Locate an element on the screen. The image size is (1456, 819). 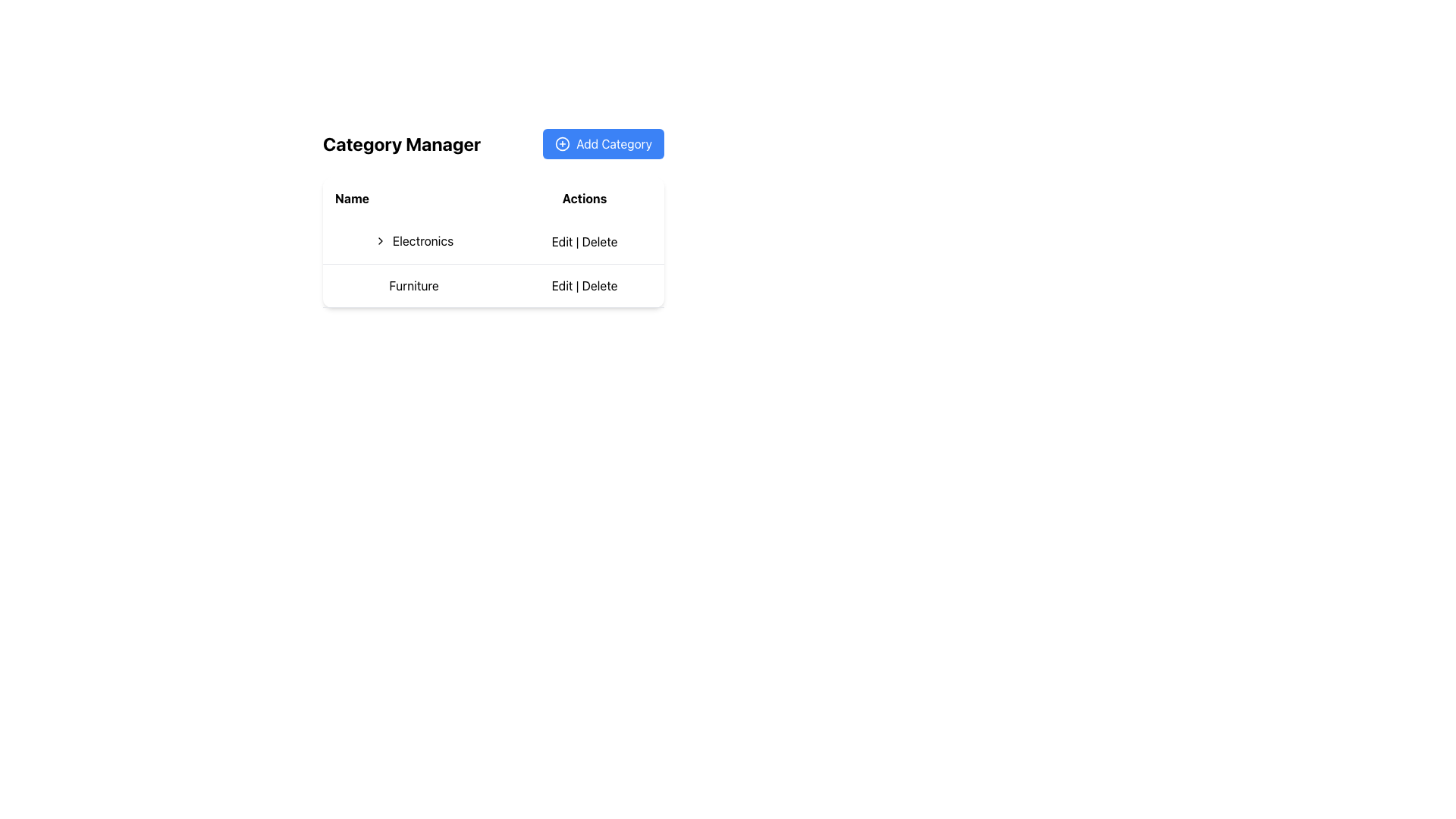
the clickable text label for the 'Furniture' category in the second row of the table is located at coordinates (414, 286).